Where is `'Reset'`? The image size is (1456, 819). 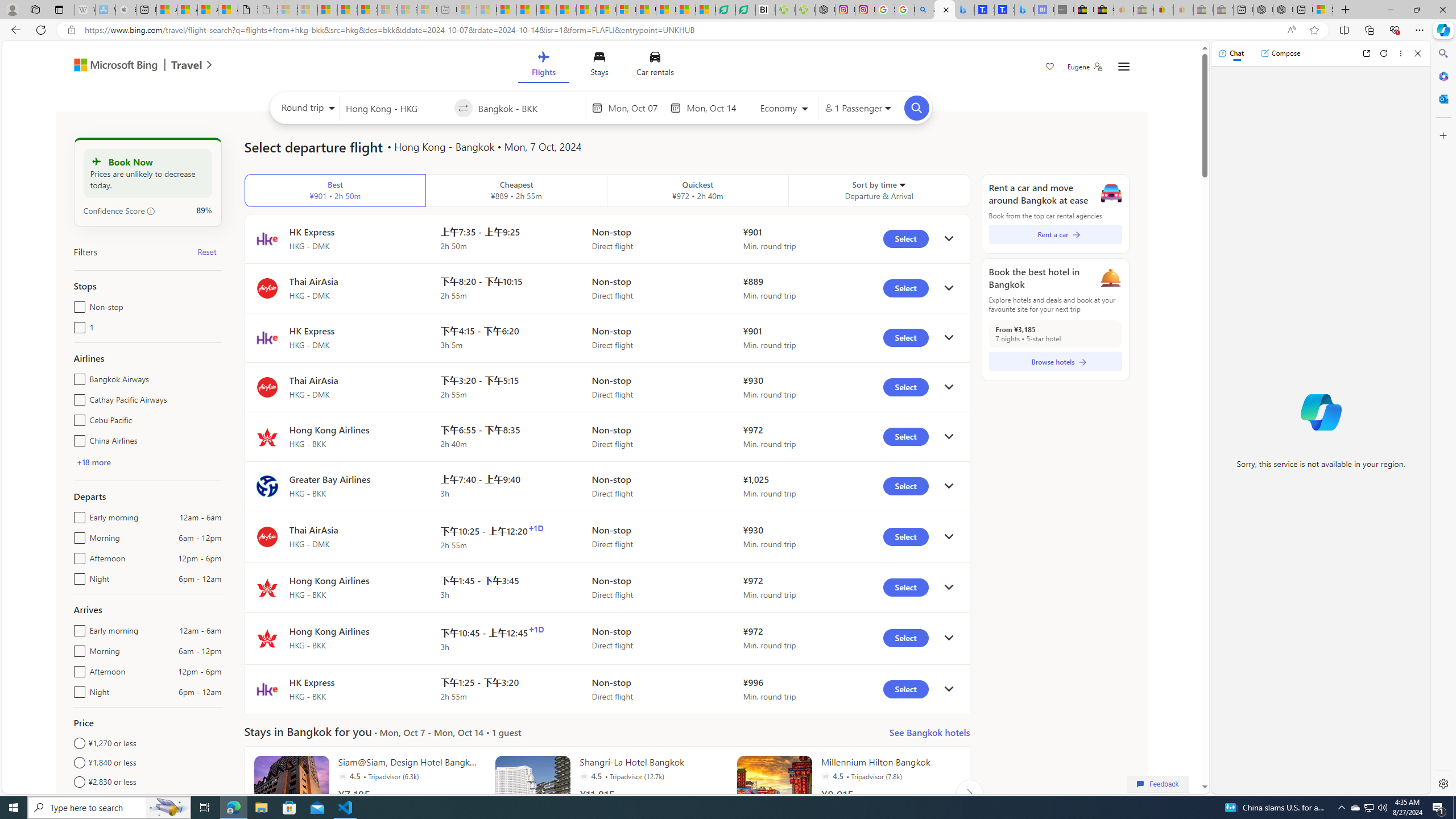 'Reset' is located at coordinates (206, 251).